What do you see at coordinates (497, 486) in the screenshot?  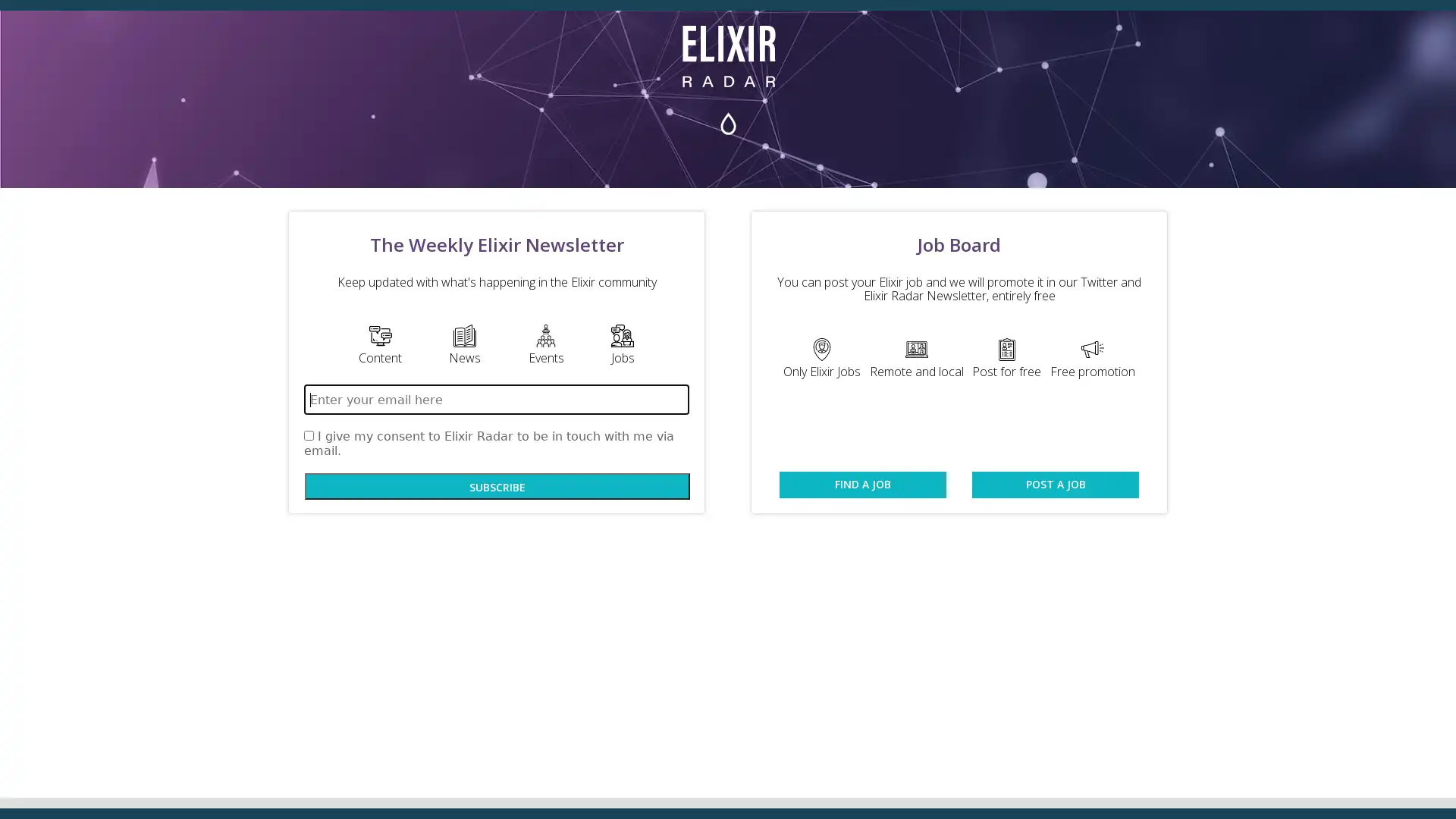 I see `SUBSCRIBE` at bounding box center [497, 486].